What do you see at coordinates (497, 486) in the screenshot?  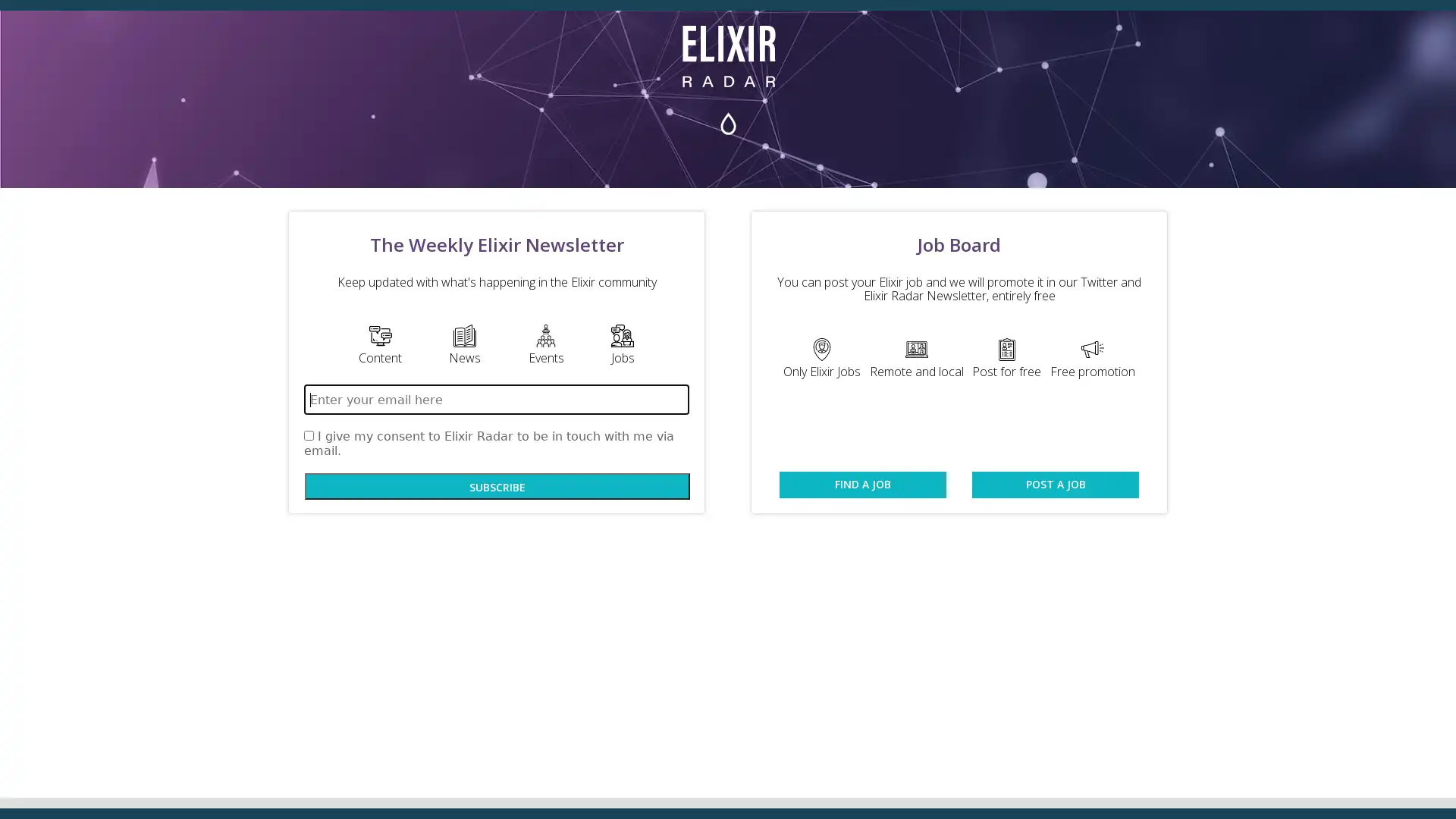 I see `SUBSCRIBE` at bounding box center [497, 486].